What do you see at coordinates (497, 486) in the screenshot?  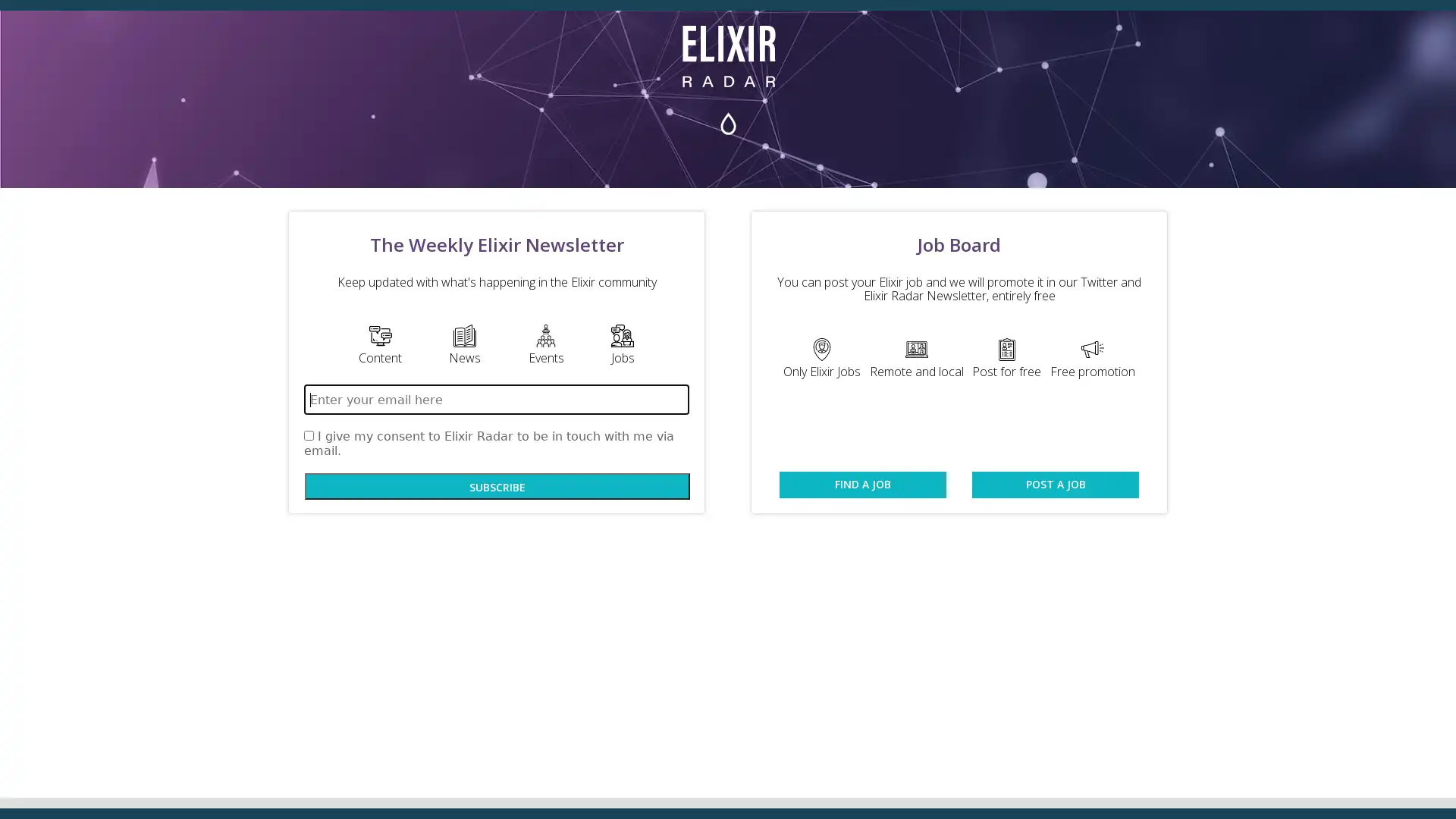 I see `SUBSCRIBE` at bounding box center [497, 486].